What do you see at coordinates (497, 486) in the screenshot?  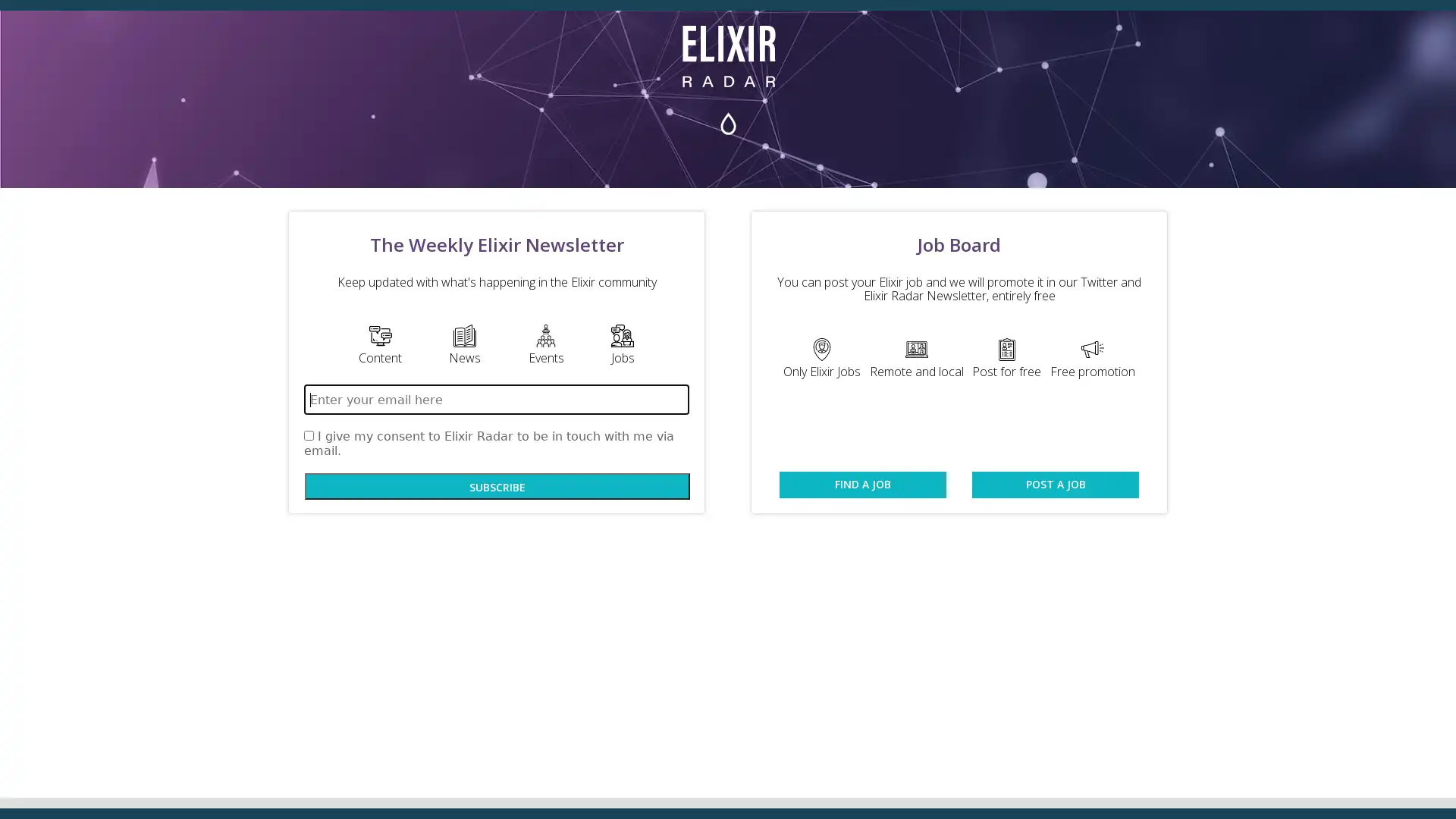 I see `SUBSCRIBE` at bounding box center [497, 486].